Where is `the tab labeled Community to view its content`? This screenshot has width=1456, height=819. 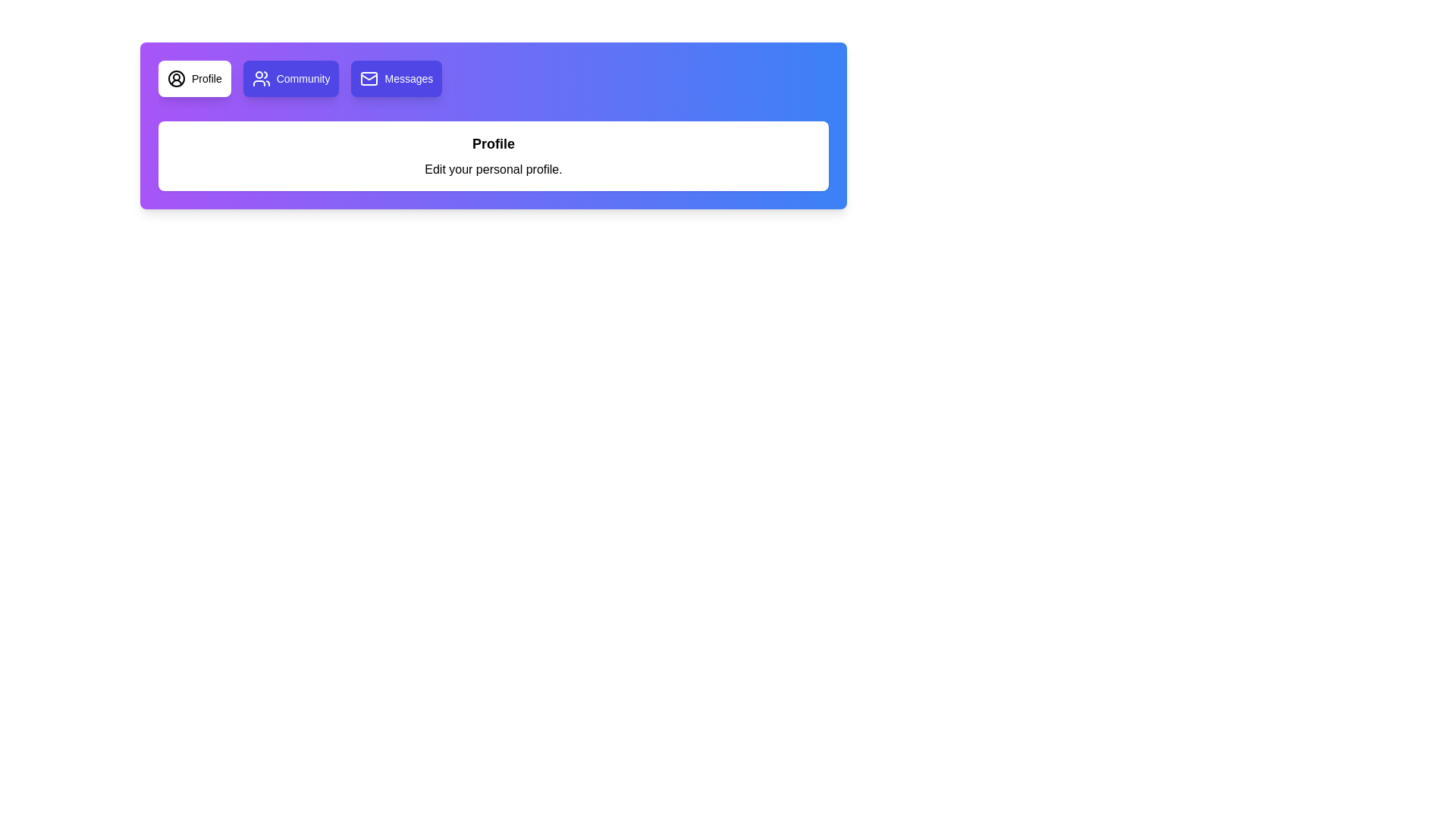 the tab labeled Community to view its content is located at coordinates (291, 79).